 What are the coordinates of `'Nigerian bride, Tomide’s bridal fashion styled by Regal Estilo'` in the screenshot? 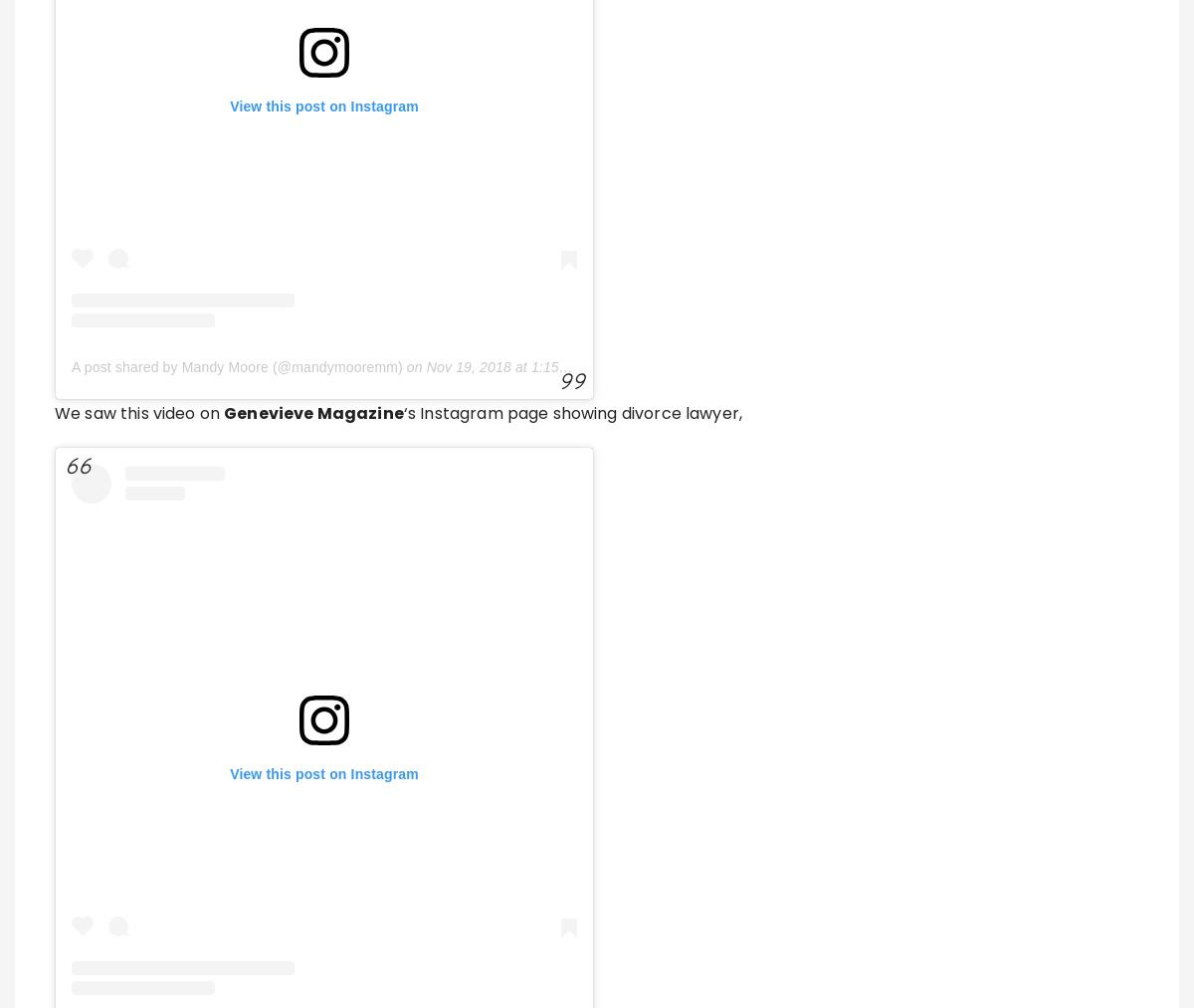 It's located at (633, 963).